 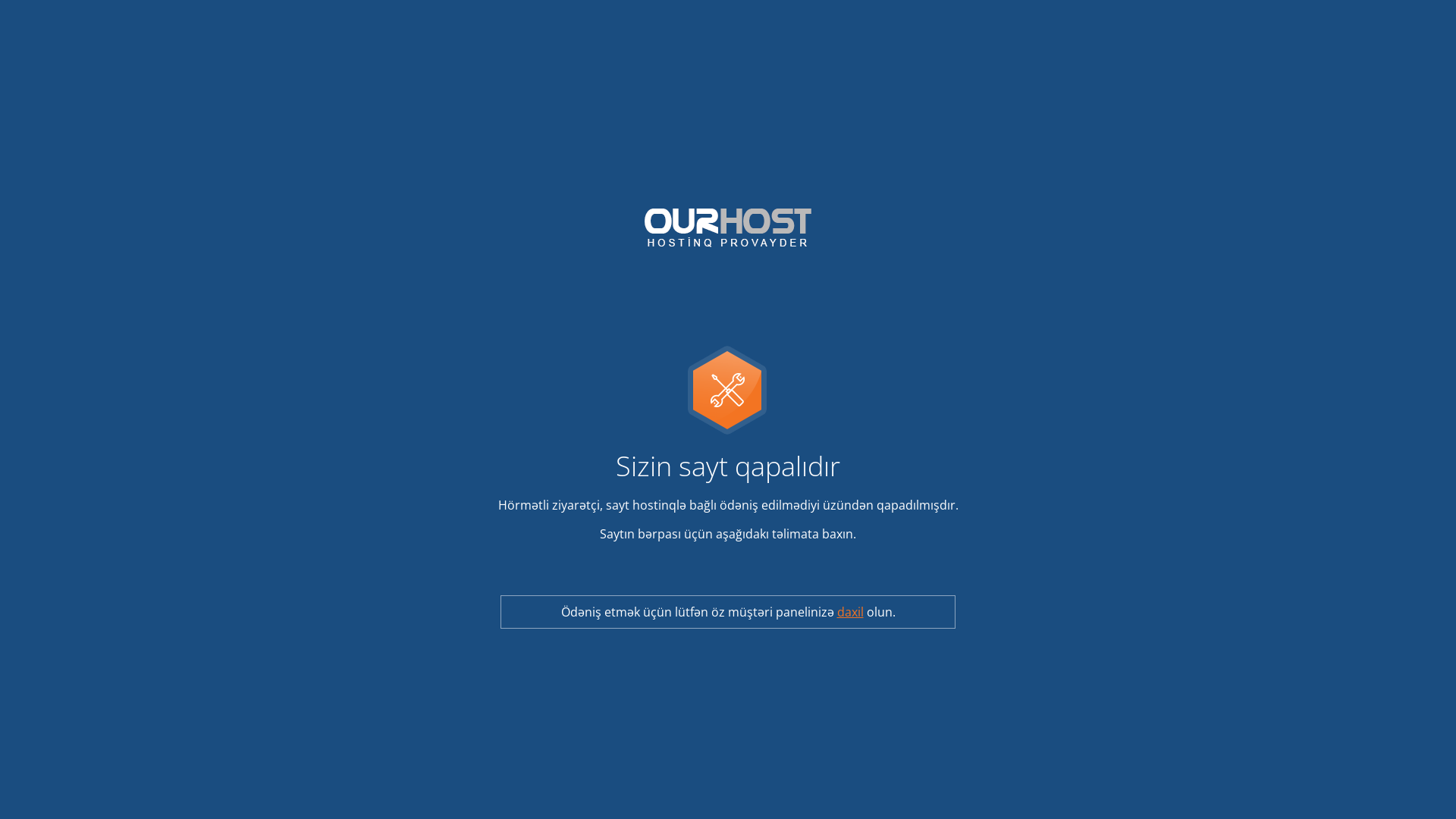 What do you see at coordinates (850, 610) in the screenshot?
I see `'daxil'` at bounding box center [850, 610].